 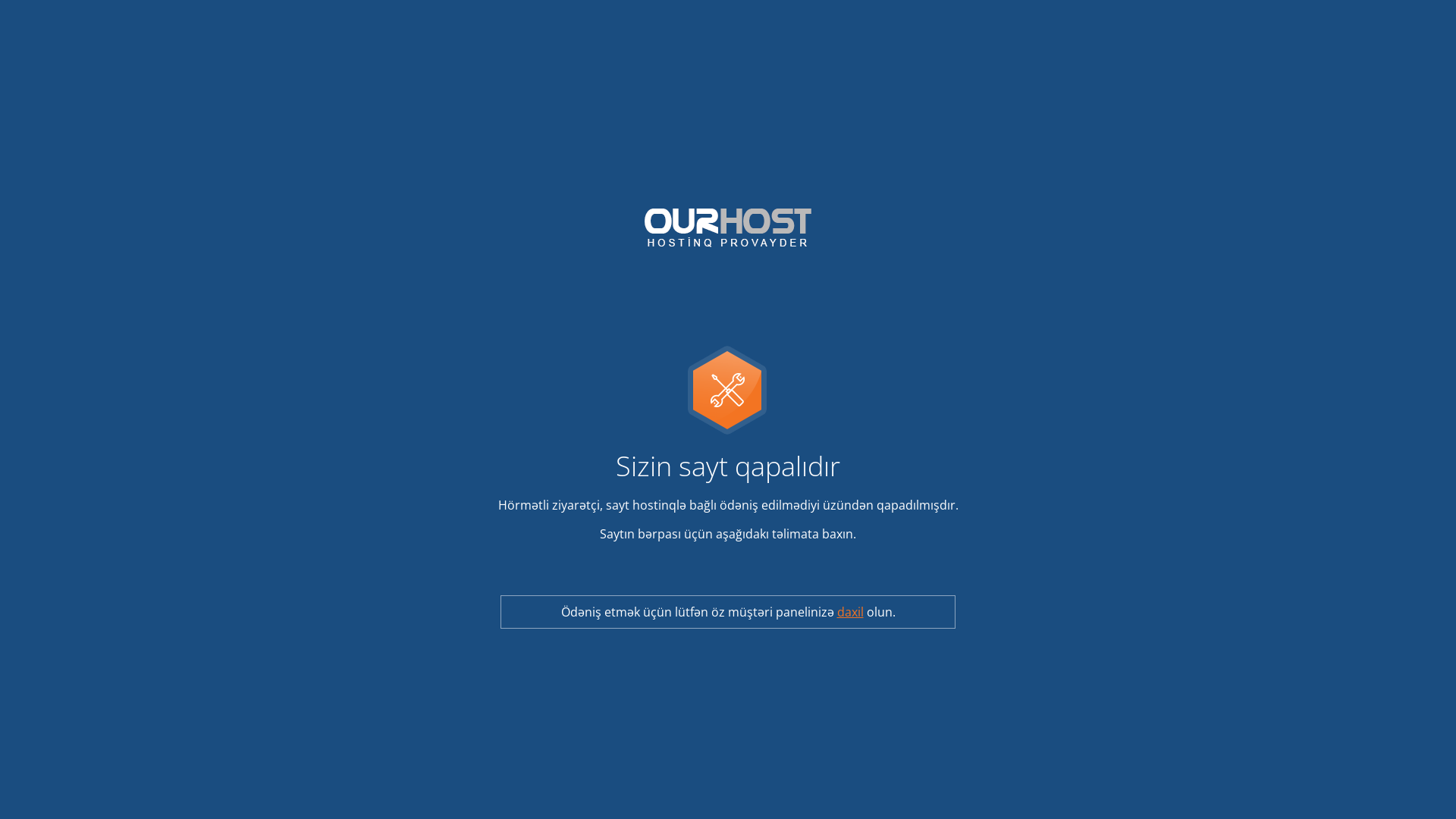 What do you see at coordinates (850, 610) in the screenshot?
I see `'daxil'` at bounding box center [850, 610].